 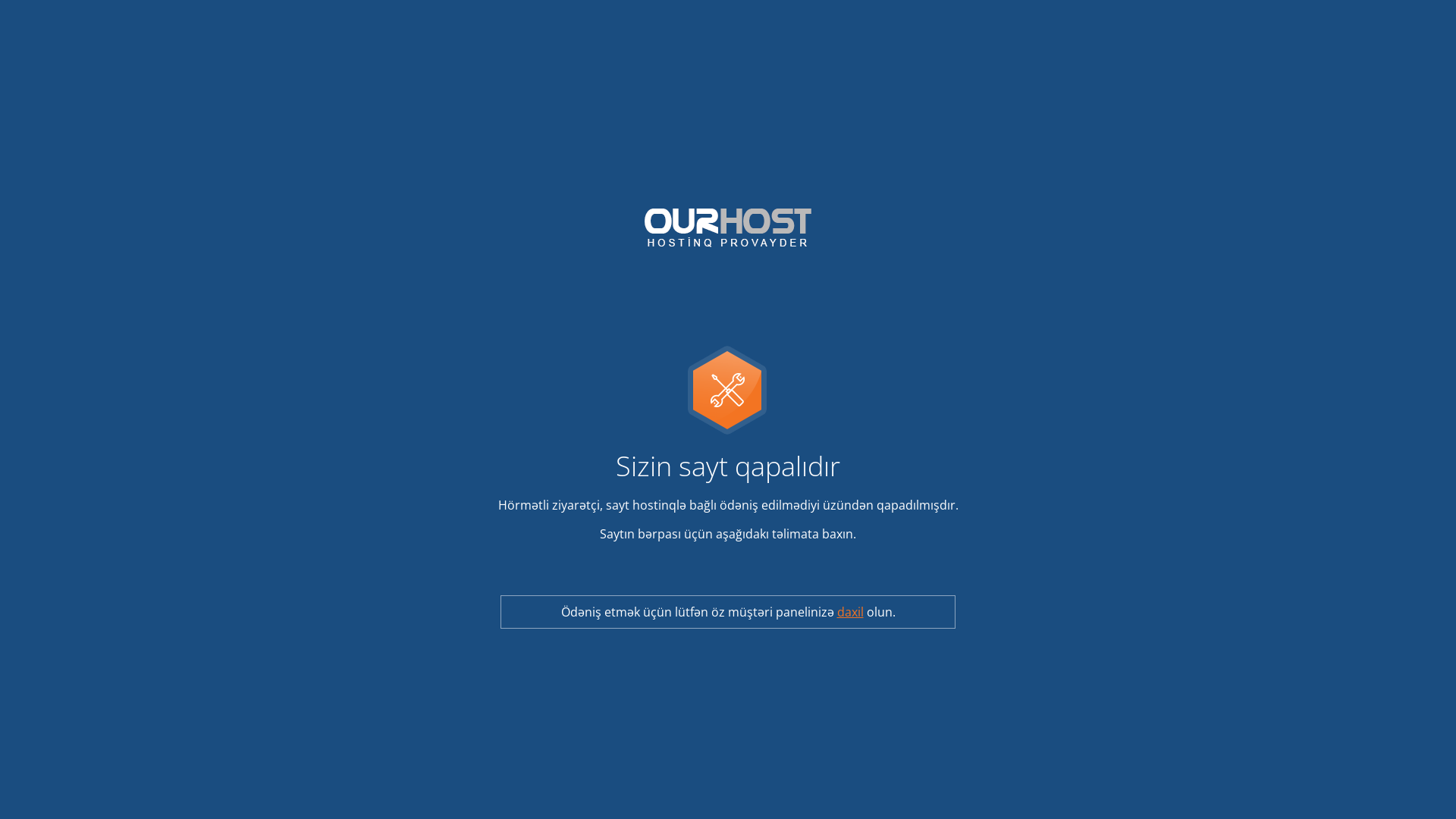 What do you see at coordinates (850, 610) in the screenshot?
I see `'daxil'` at bounding box center [850, 610].